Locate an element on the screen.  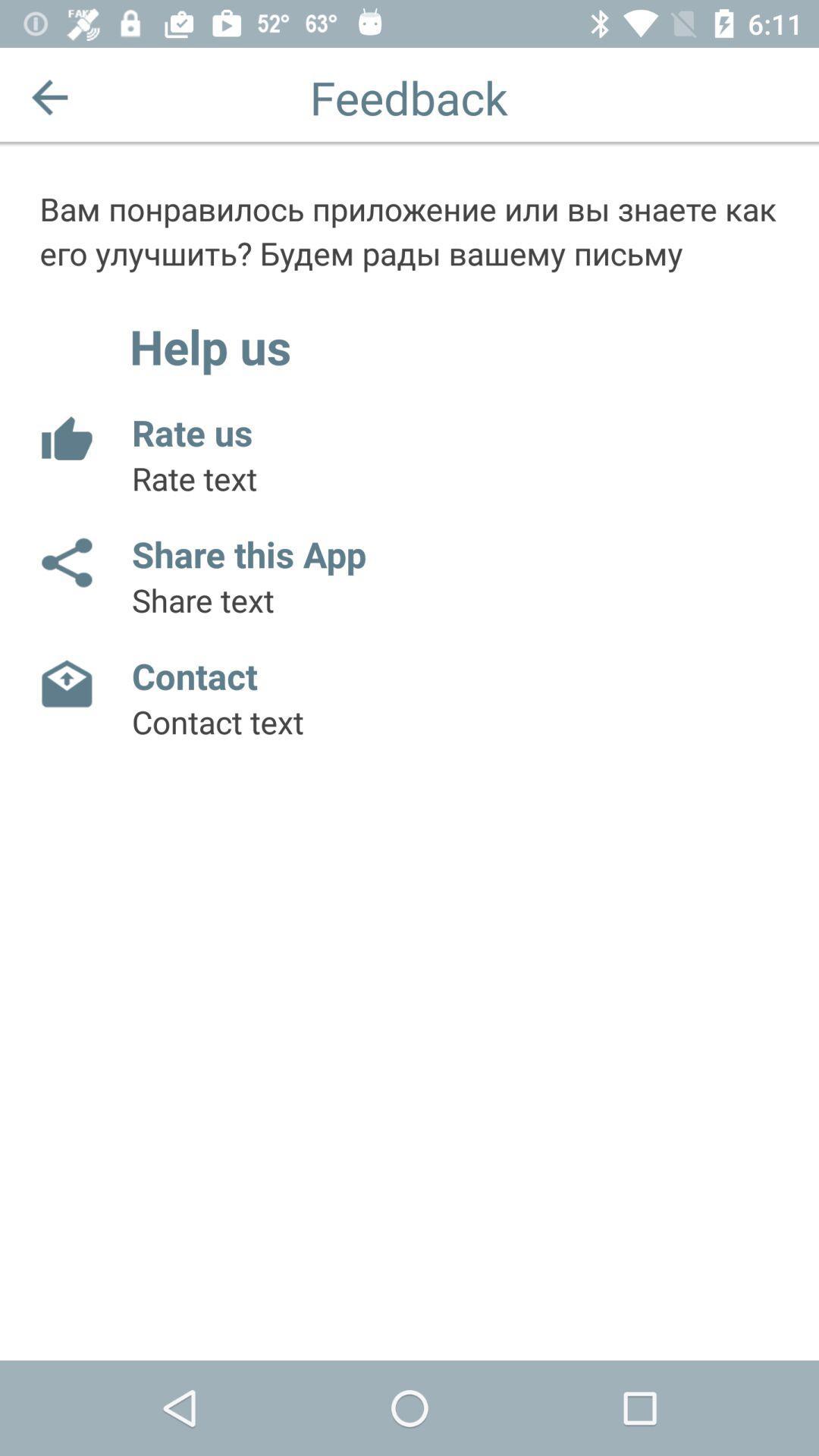
the arrow_backward icon is located at coordinates (49, 96).